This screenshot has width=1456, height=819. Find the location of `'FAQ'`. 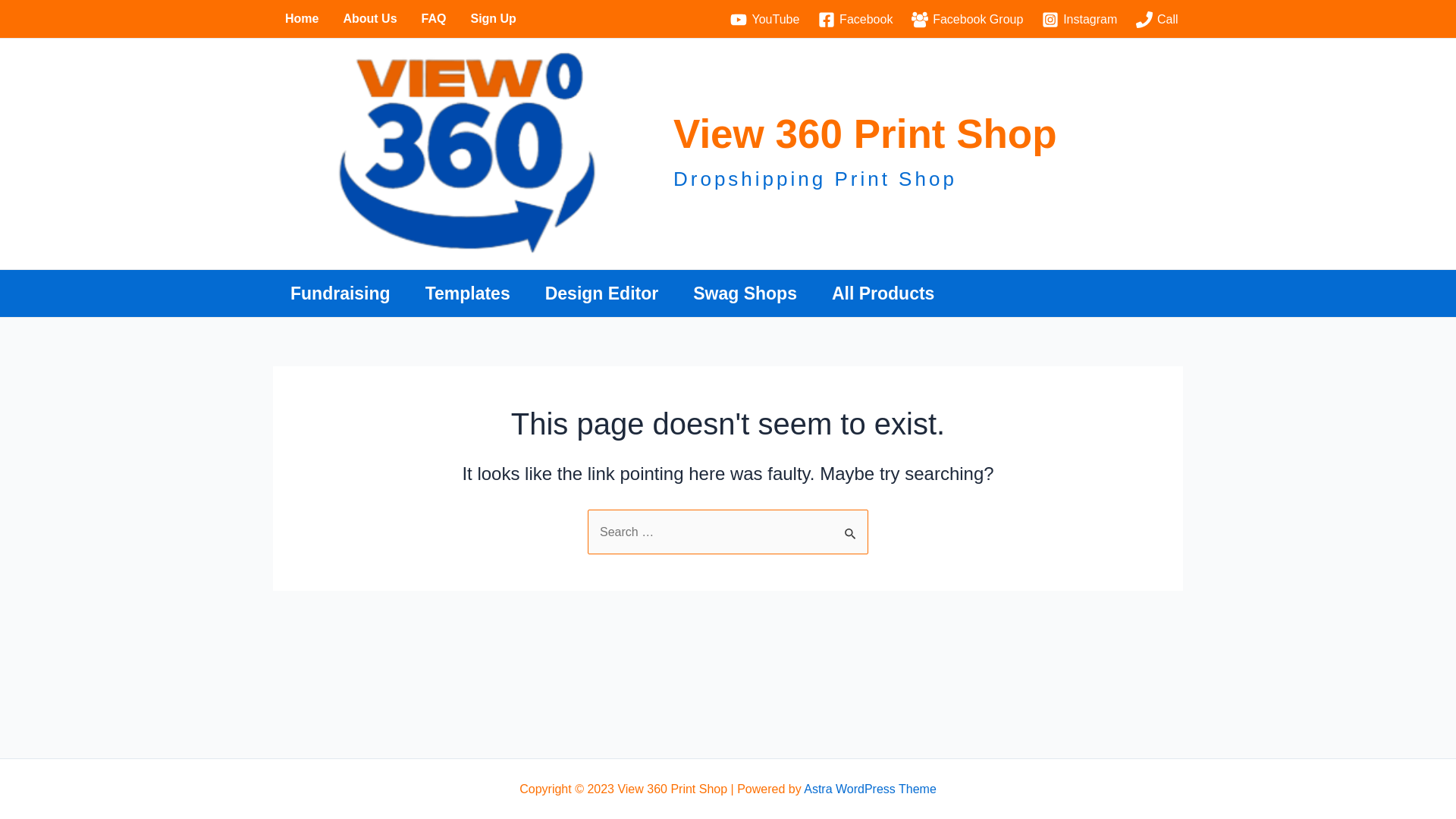

'FAQ' is located at coordinates (433, 18).